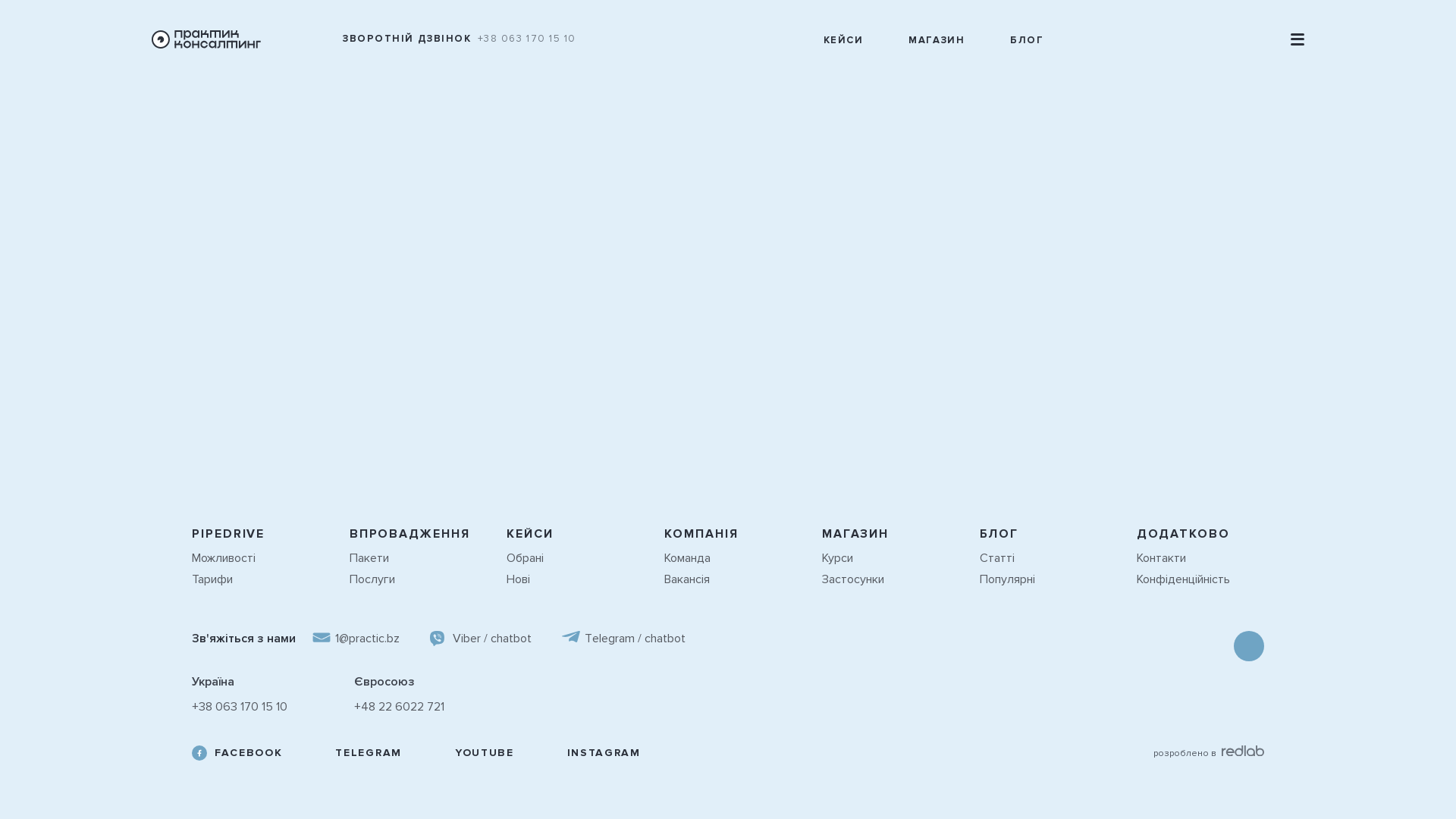  What do you see at coordinates (355, 639) in the screenshot?
I see `'1@practic.bz'` at bounding box center [355, 639].